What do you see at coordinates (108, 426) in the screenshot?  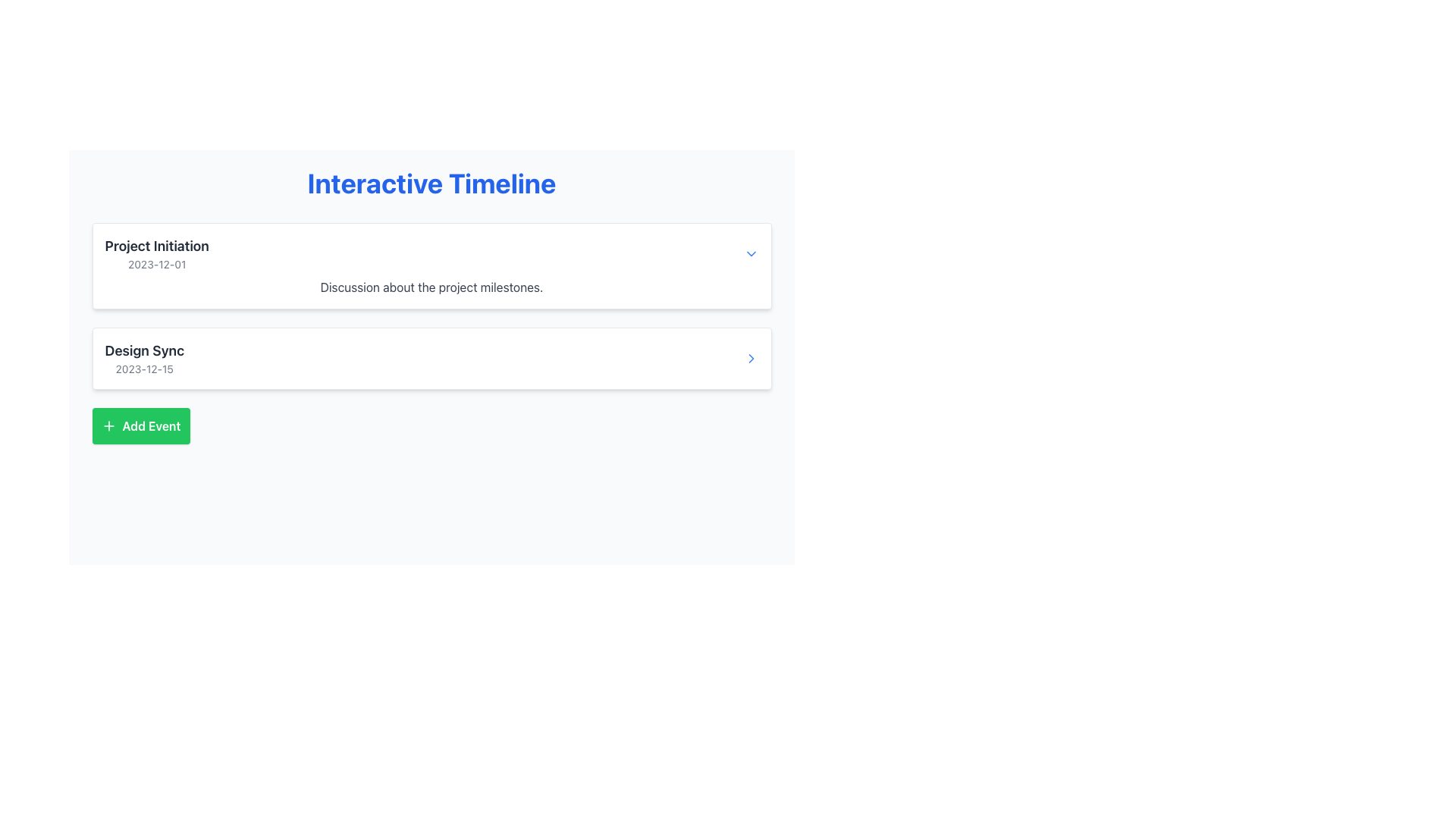 I see `the plus sign icon within the 'Add Event' button` at bounding box center [108, 426].